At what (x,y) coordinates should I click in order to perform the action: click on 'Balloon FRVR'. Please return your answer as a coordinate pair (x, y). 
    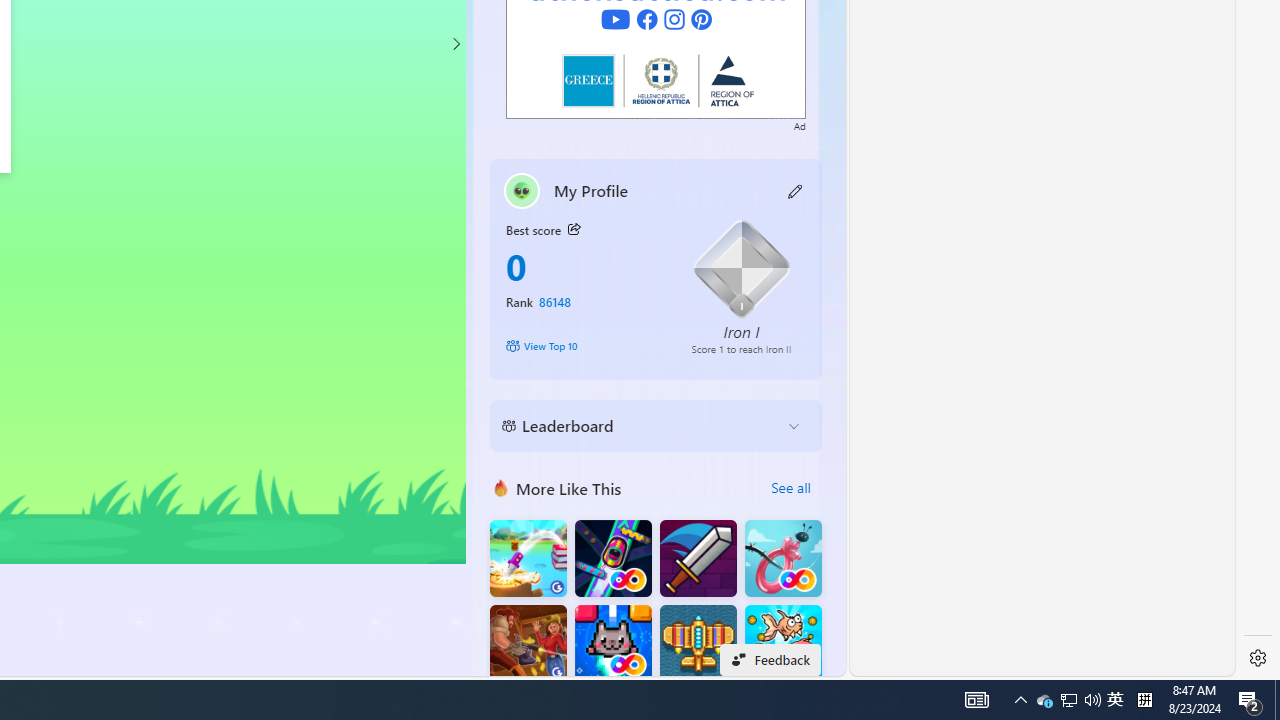
    Looking at the image, I should click on (782, 558).